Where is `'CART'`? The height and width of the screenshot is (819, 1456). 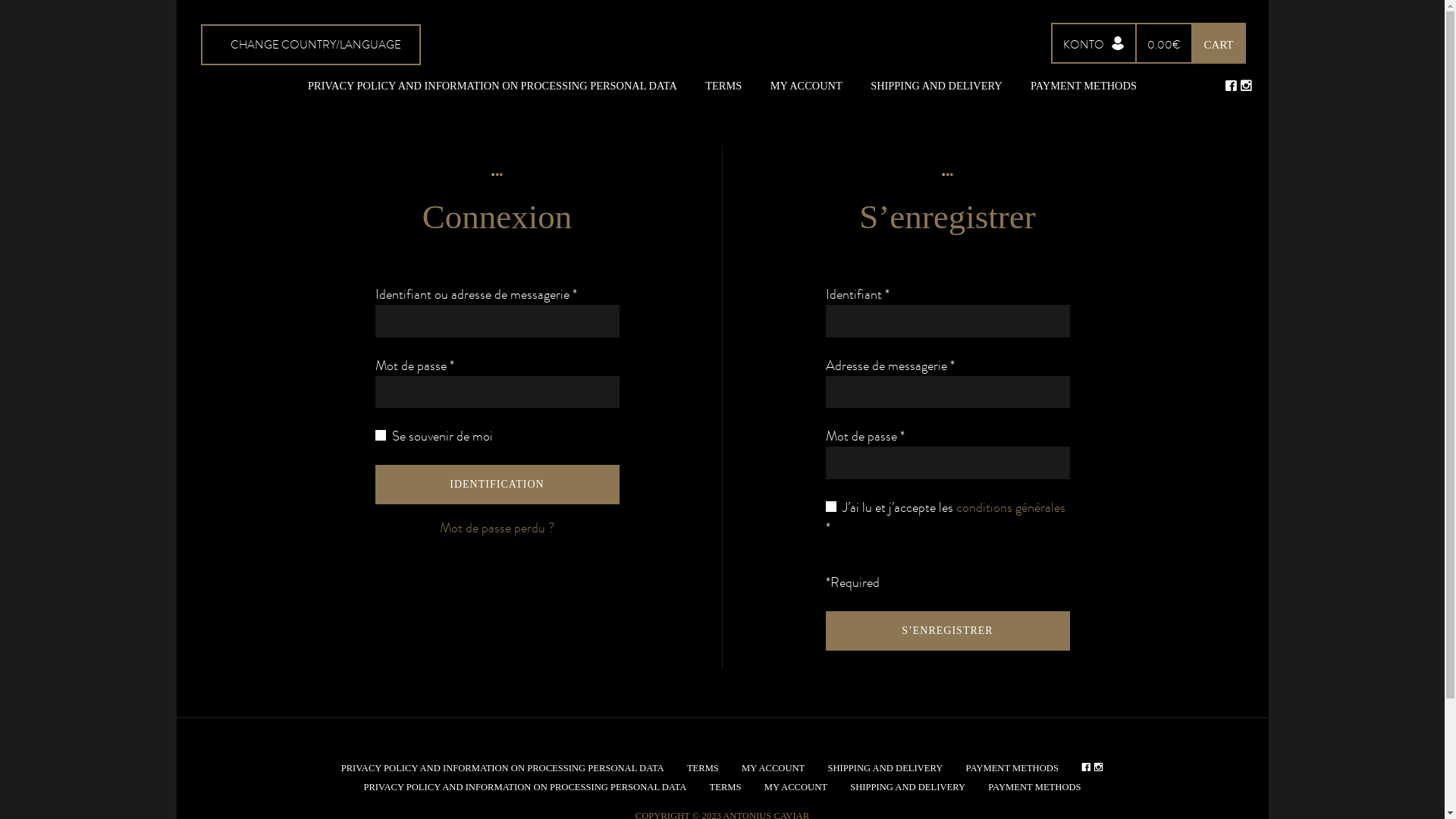 'CART' is located at coordinates (1218, 42).